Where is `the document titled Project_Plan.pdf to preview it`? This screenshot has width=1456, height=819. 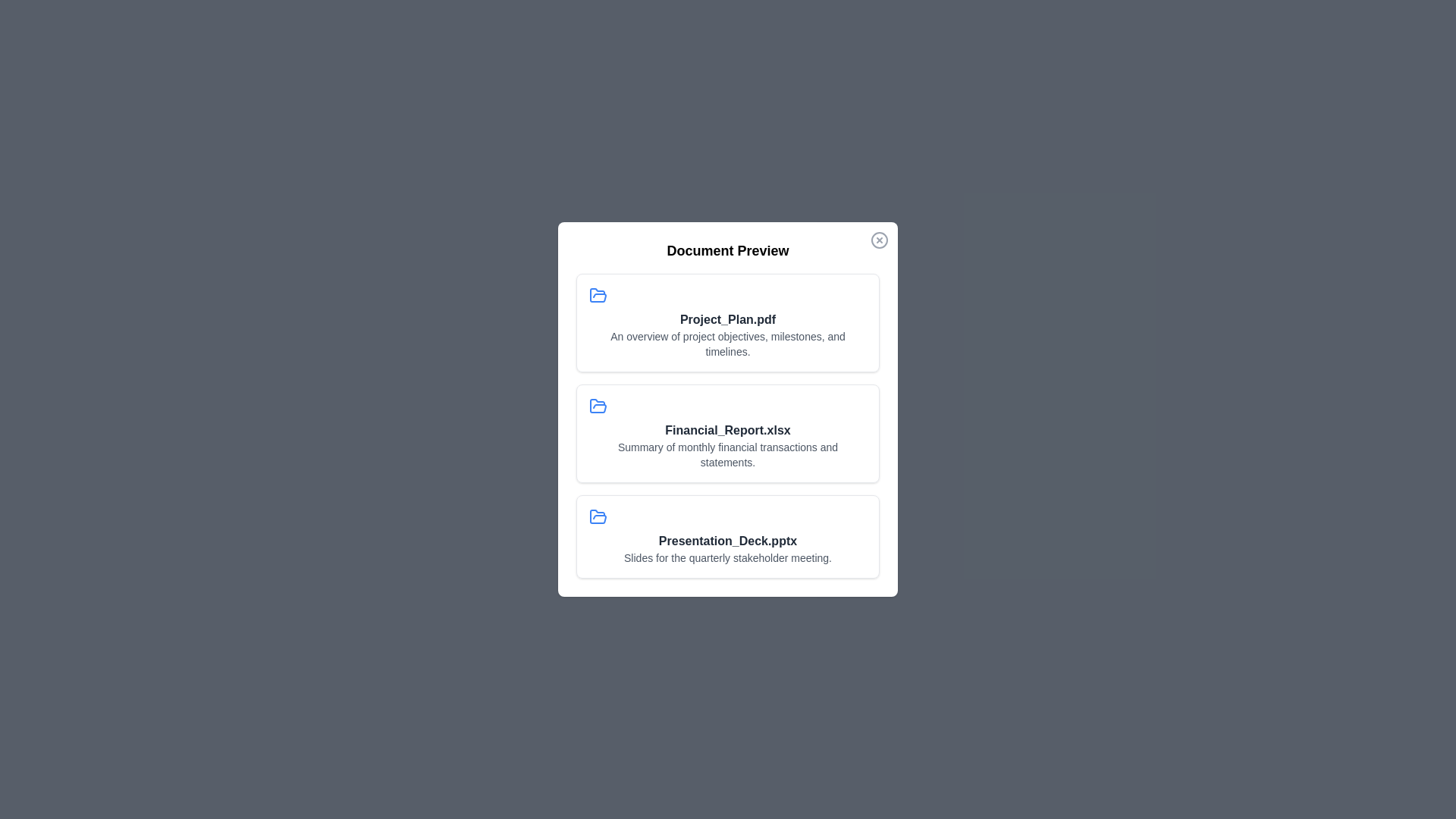
the document titled Project_Plan.pdf to preview it is located at coordinates (728, 322).